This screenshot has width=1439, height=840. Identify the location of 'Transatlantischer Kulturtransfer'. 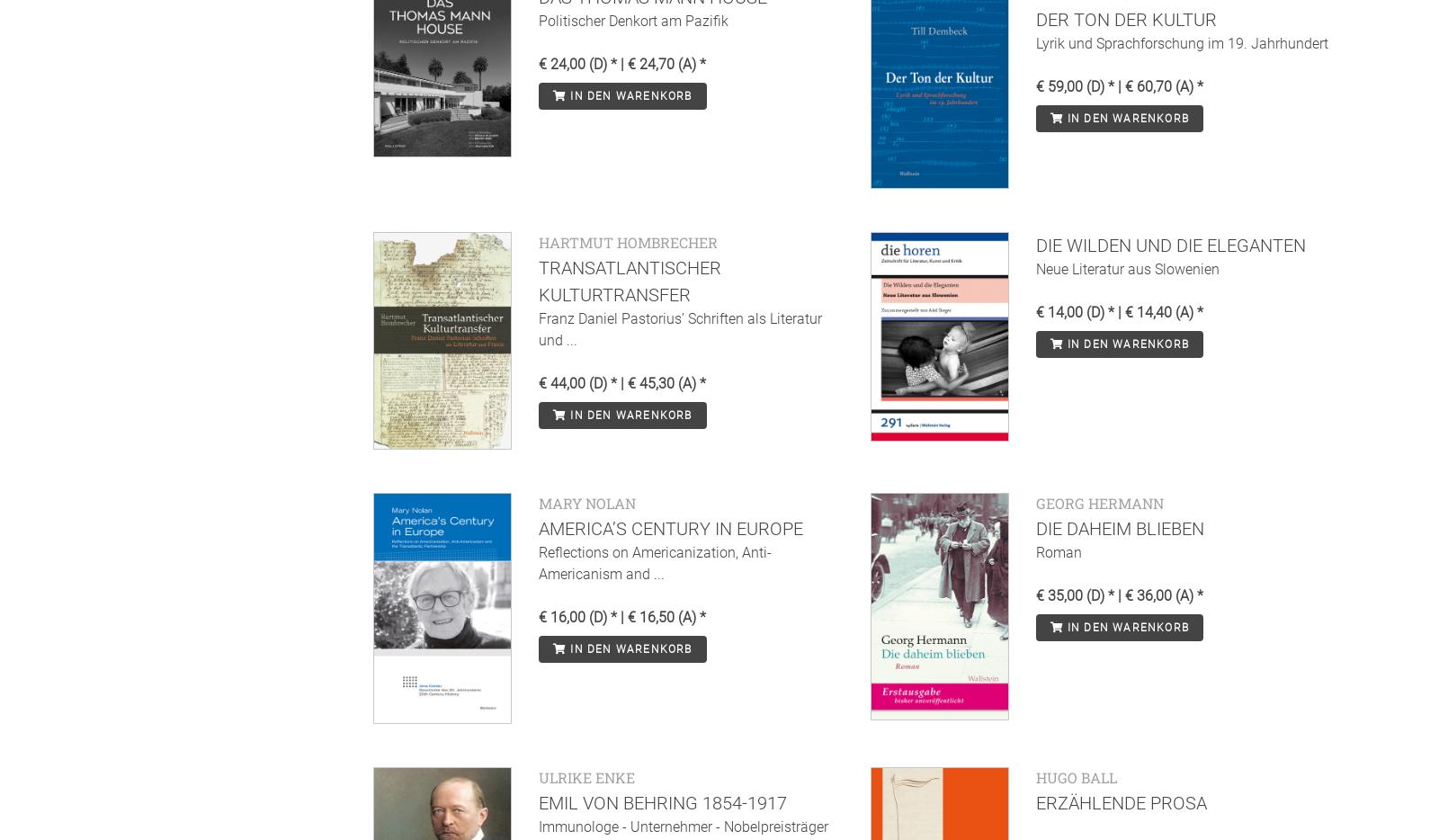
(630, 280).